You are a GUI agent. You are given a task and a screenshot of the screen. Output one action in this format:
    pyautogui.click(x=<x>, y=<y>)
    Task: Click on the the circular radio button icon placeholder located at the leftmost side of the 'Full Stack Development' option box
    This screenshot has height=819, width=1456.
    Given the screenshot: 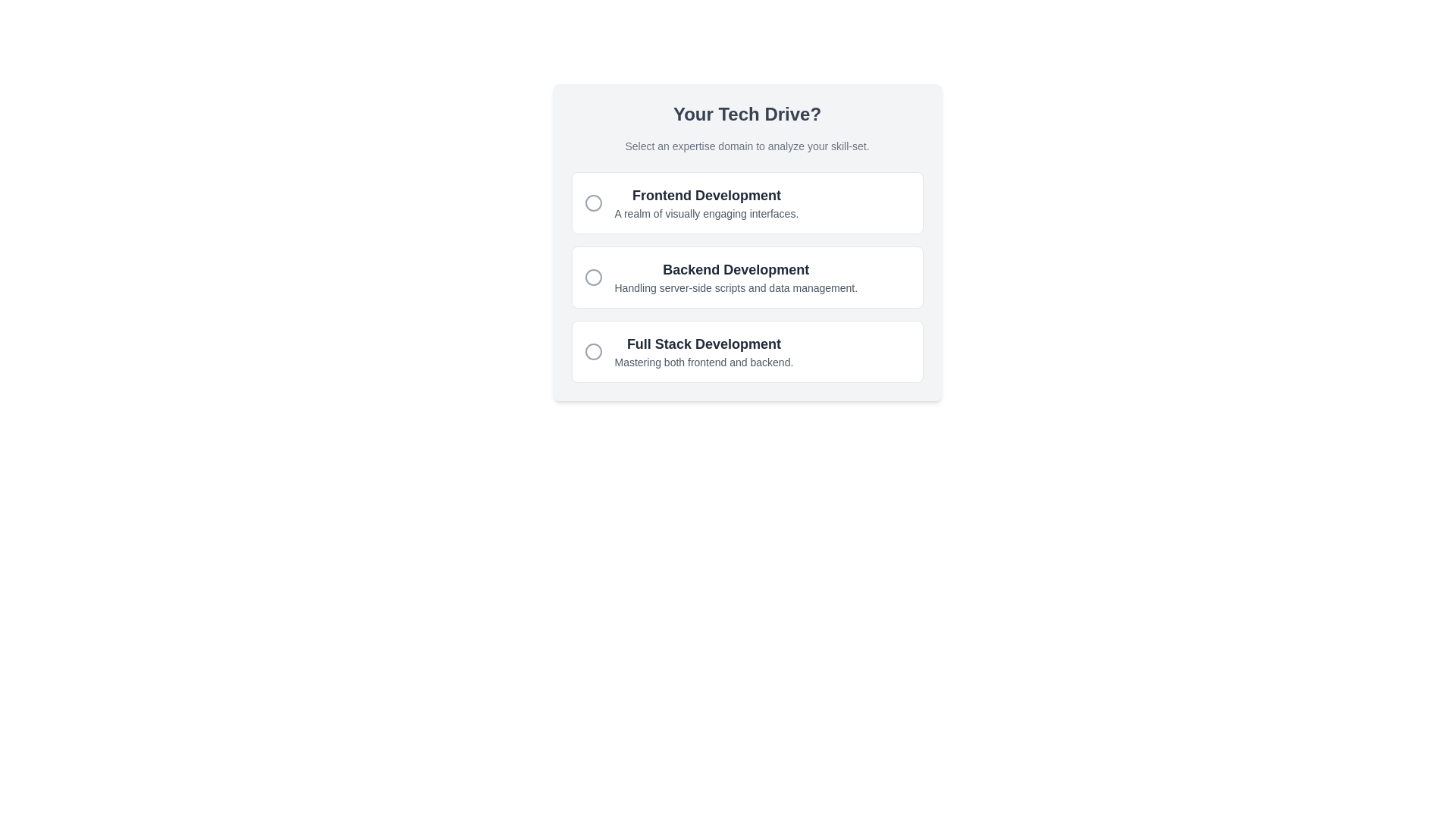 What is the action you would take?
    pyautogui.click(x=592, y=351)
    